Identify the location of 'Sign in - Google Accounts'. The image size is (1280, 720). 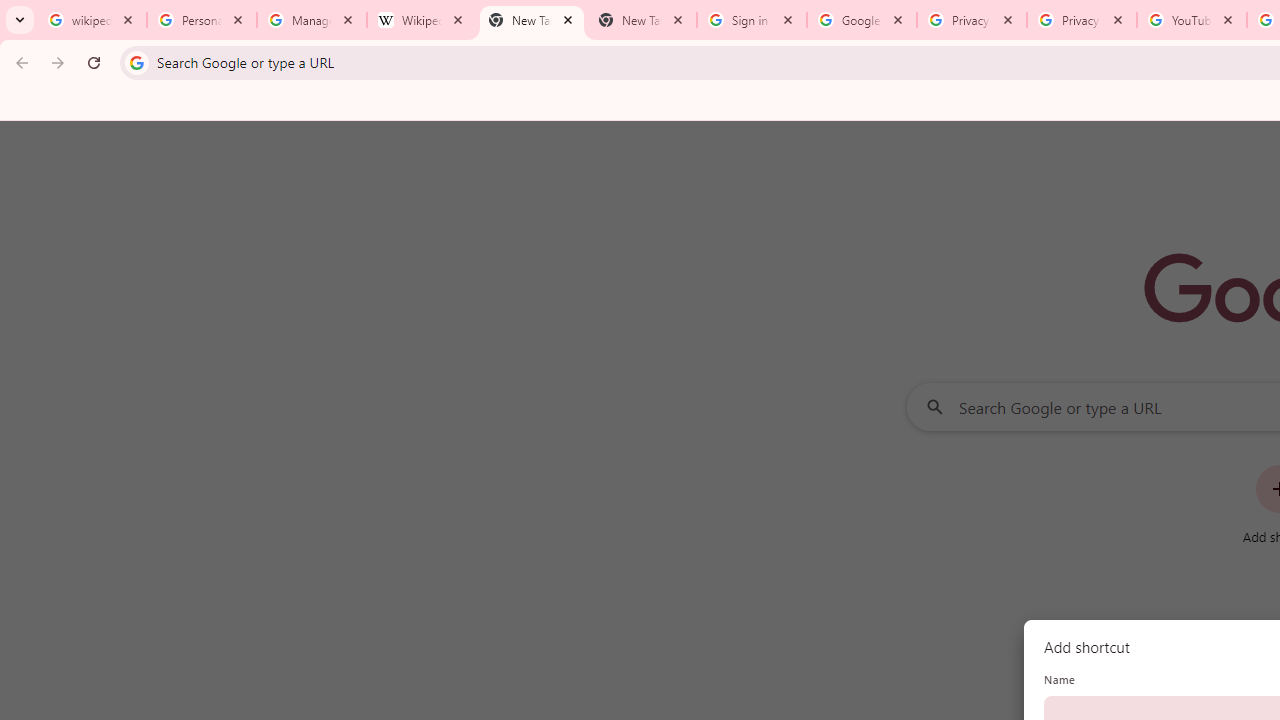
(751, 20).